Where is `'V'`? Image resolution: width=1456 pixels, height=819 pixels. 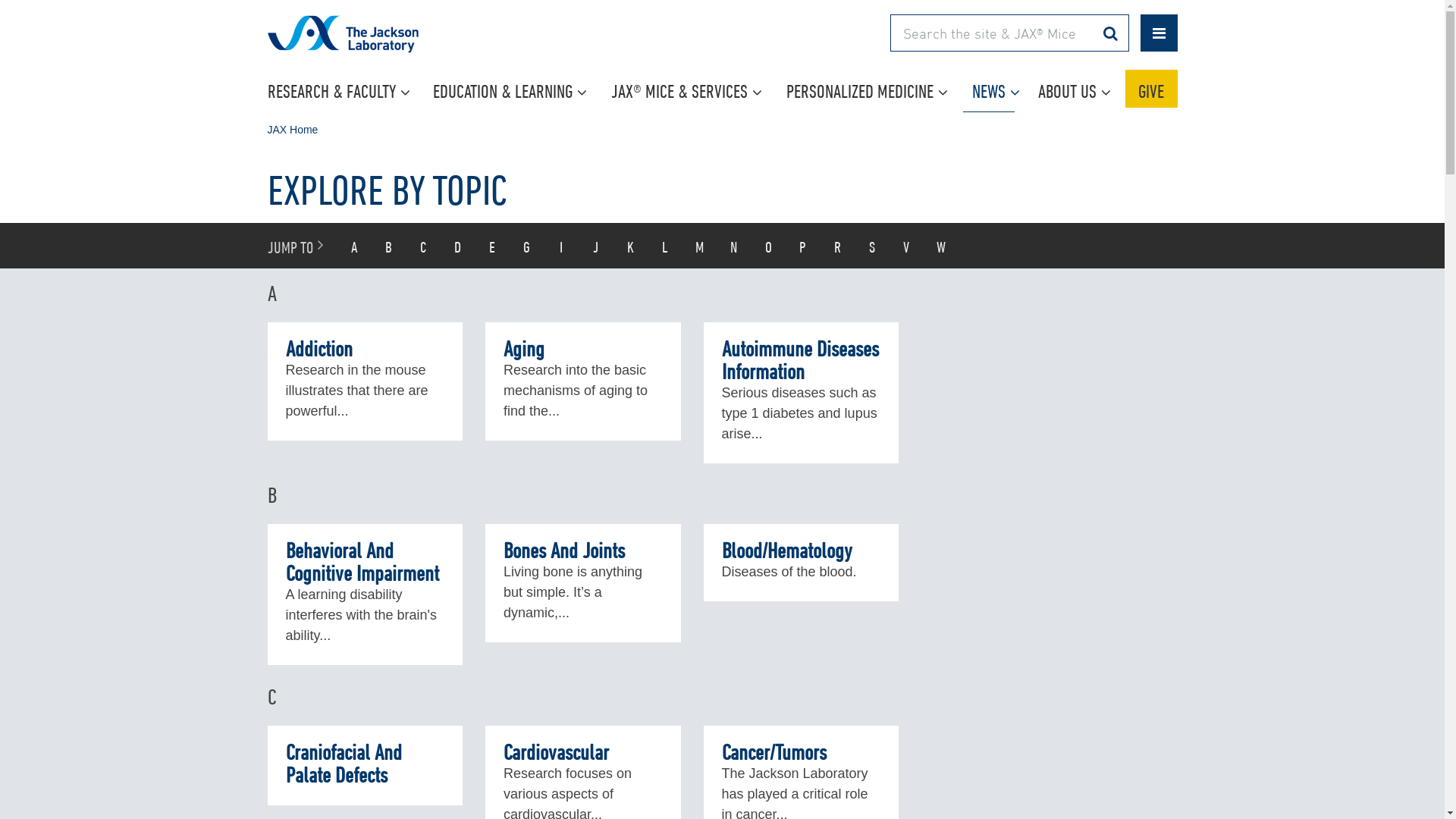 'V' is located at coordinates (906, 245).